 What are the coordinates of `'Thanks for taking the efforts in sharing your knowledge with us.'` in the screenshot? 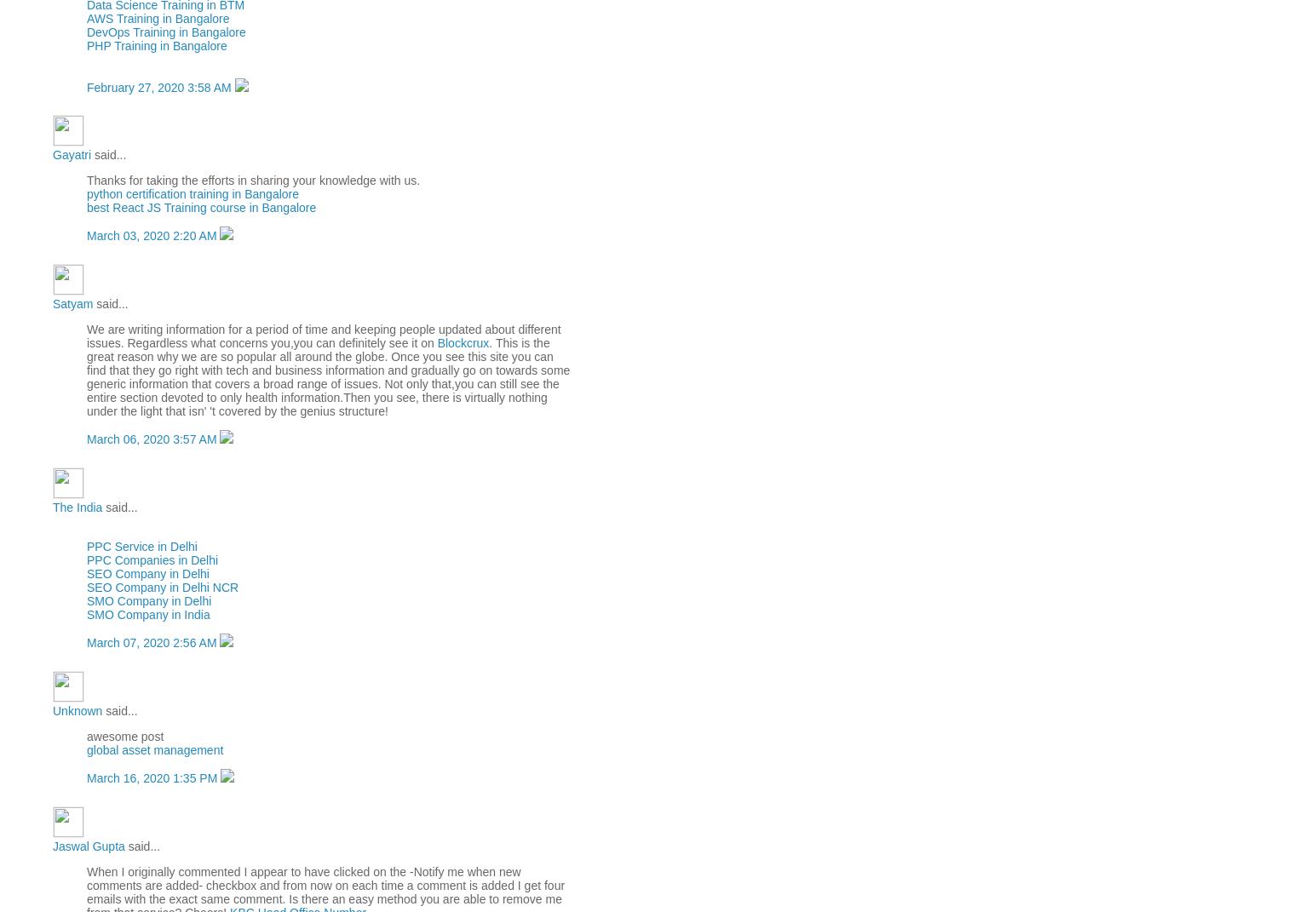 It's located at (253, 179).